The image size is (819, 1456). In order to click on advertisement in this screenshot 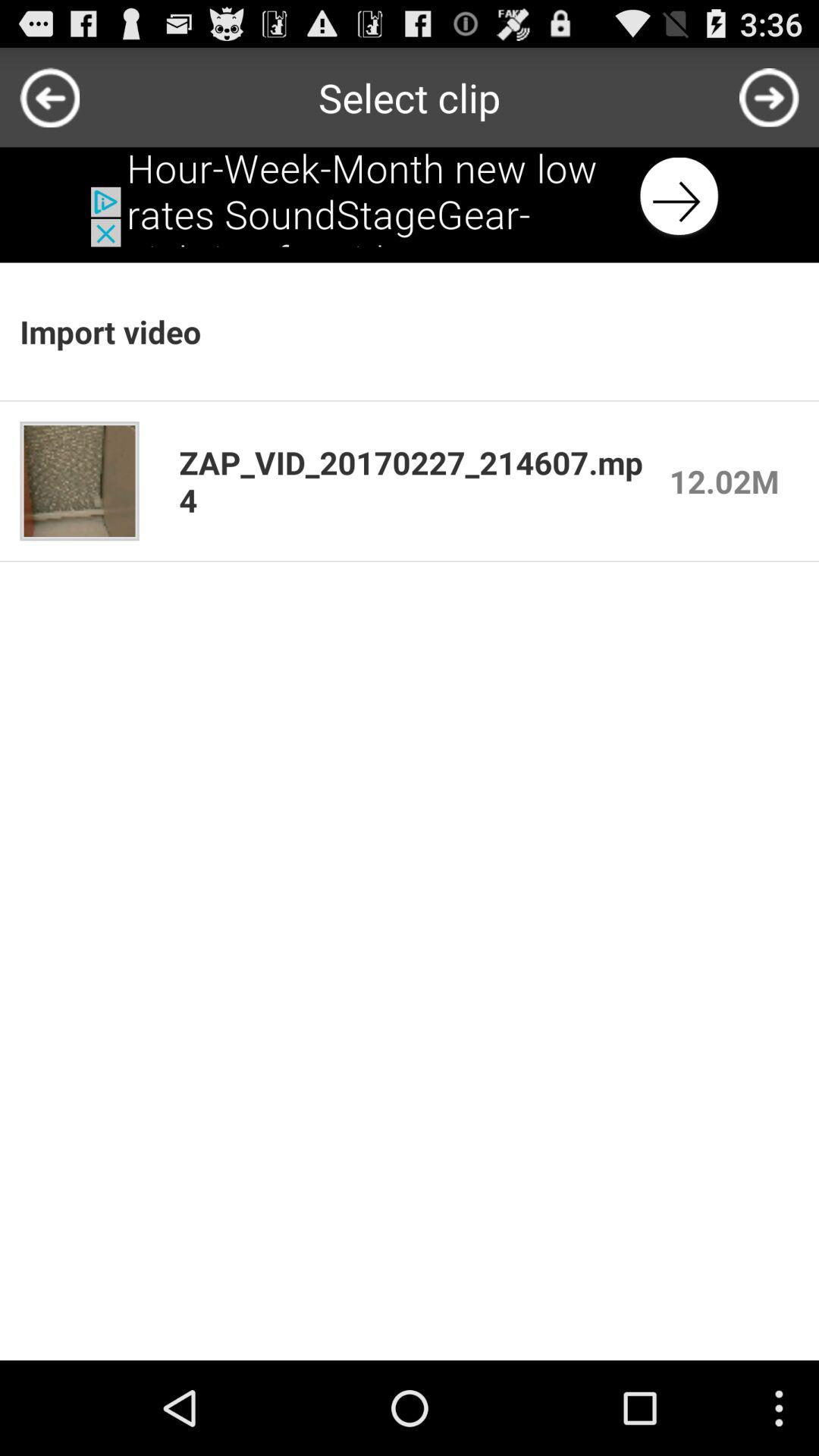, I will do `click(409, 196)`.